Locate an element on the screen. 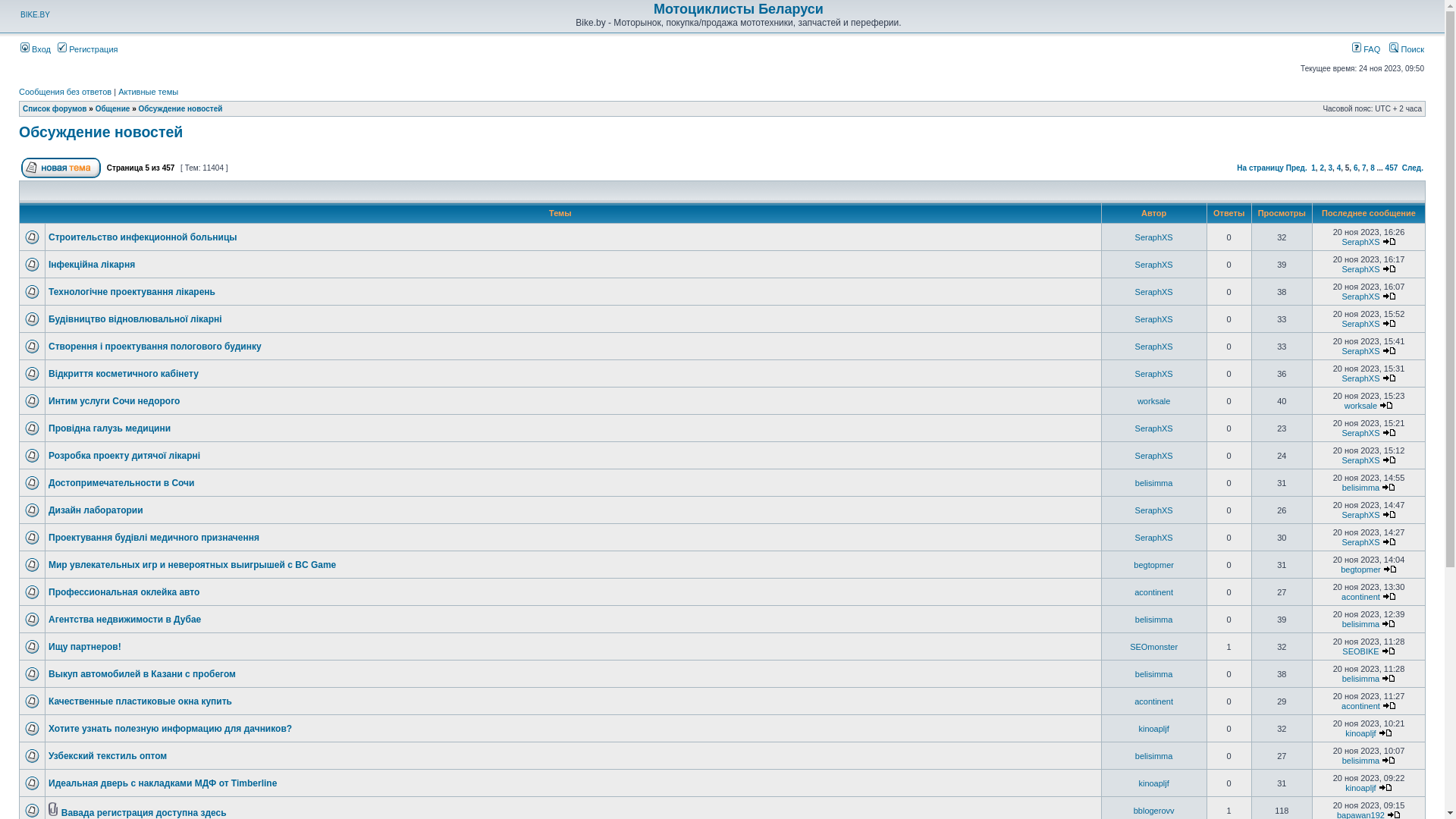 This screenshot has width=1456, height=819. '4' is located at coordinates (1339, 168).